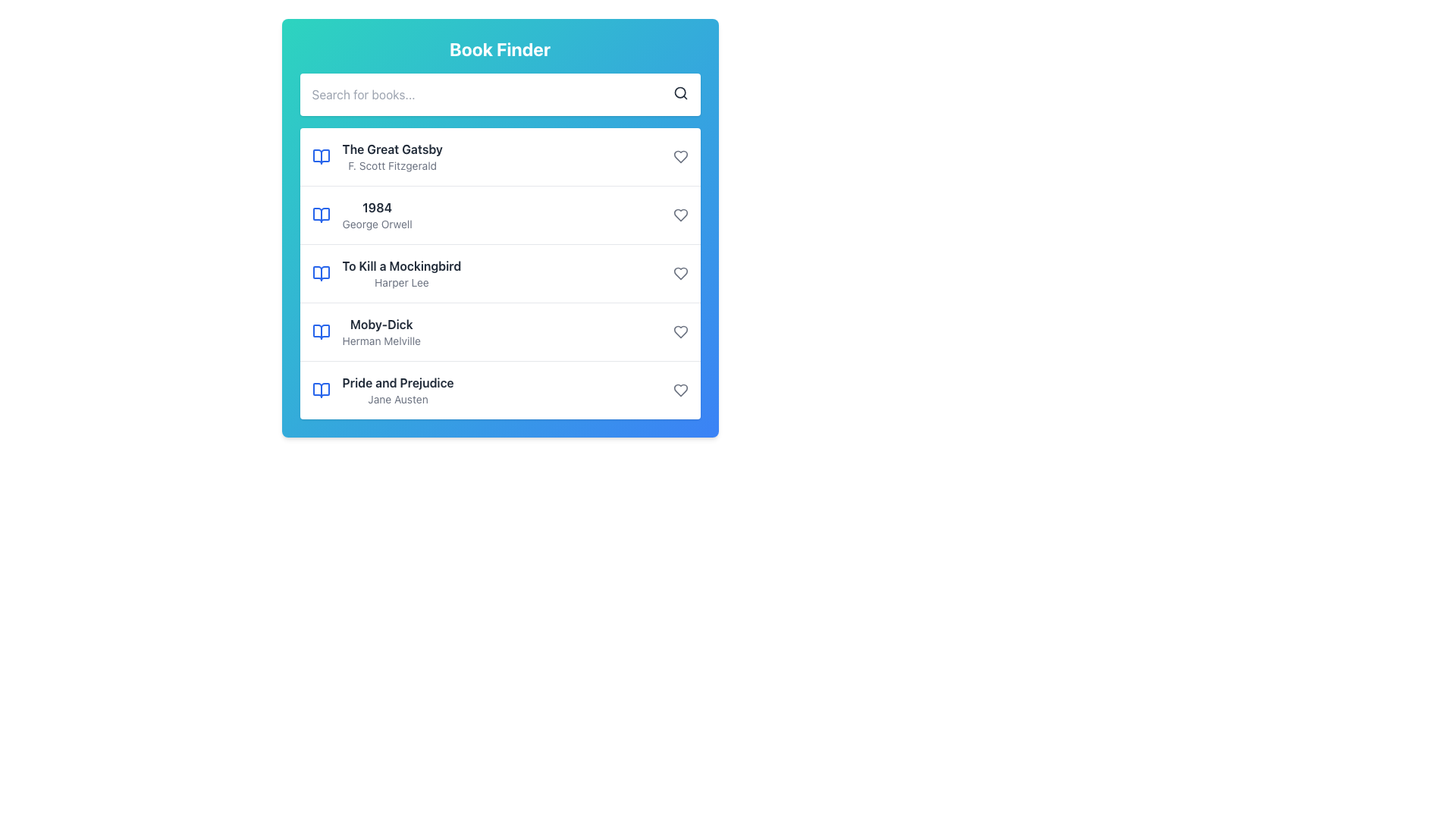  What do you see at coordinates (401, 283) in the screenshot?
I see `the text label displaying 'Harper Lee', located directly below 'To Kill a Mockingbird' in the book list` at bounding box center [401, 283].